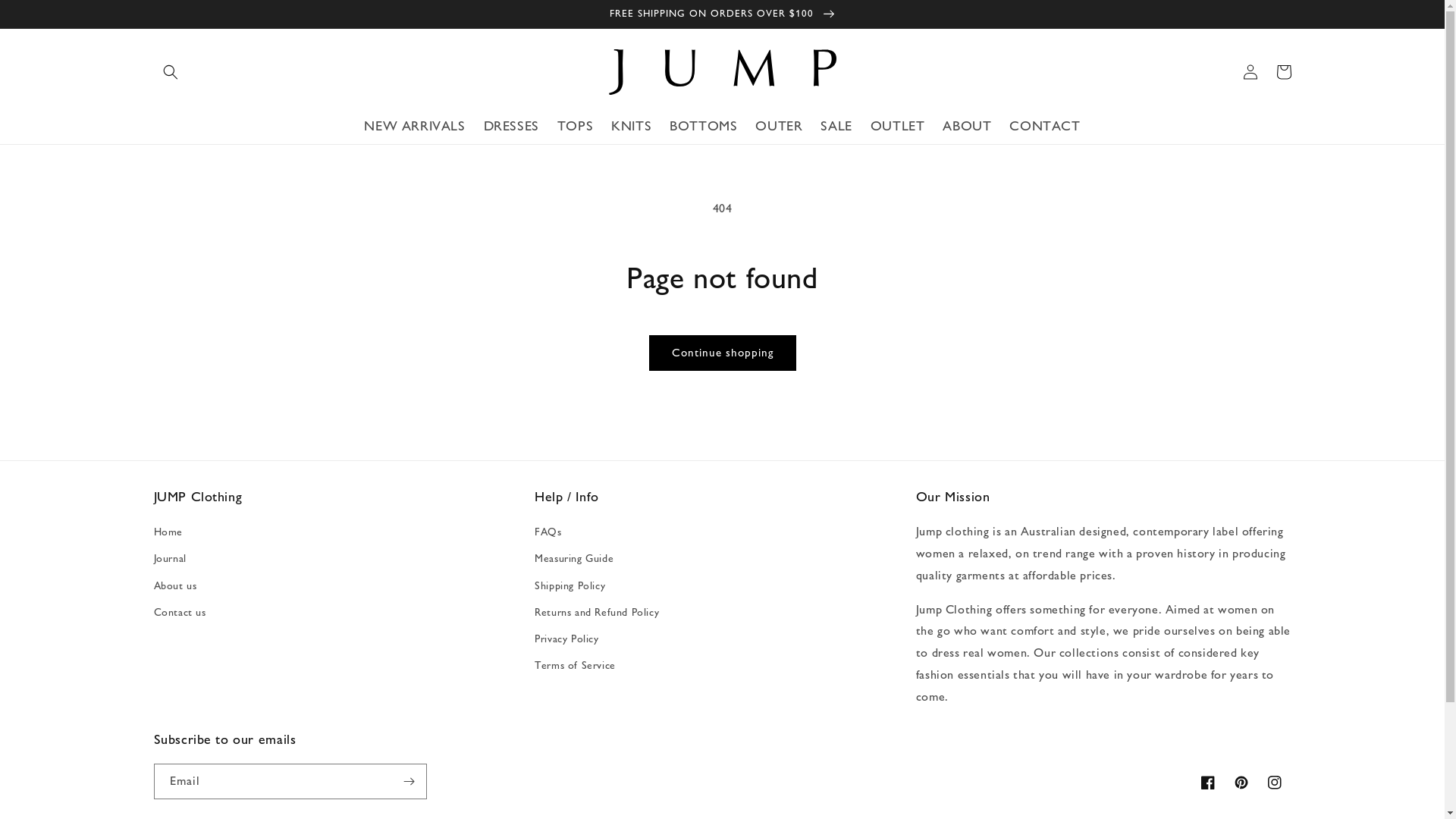 Image resolution: width=1456 pixels, height=819 pixels. I want to click on 'Cart', so click(1266, 72).